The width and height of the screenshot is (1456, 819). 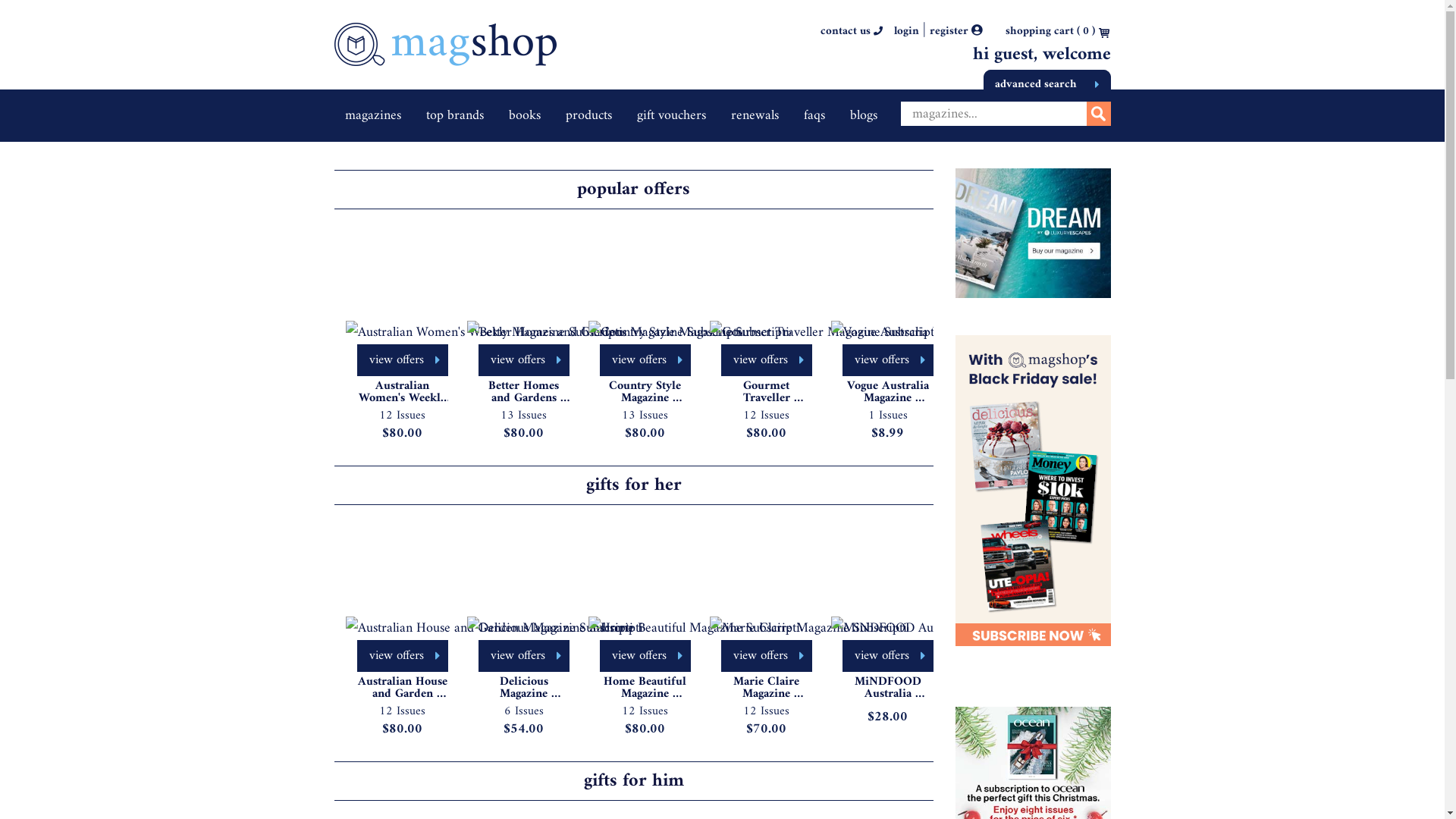 What do you see at coordinates (1046, 82) in the screenshot?
I see `'advanced search'` at bounding box center [1046, 82].